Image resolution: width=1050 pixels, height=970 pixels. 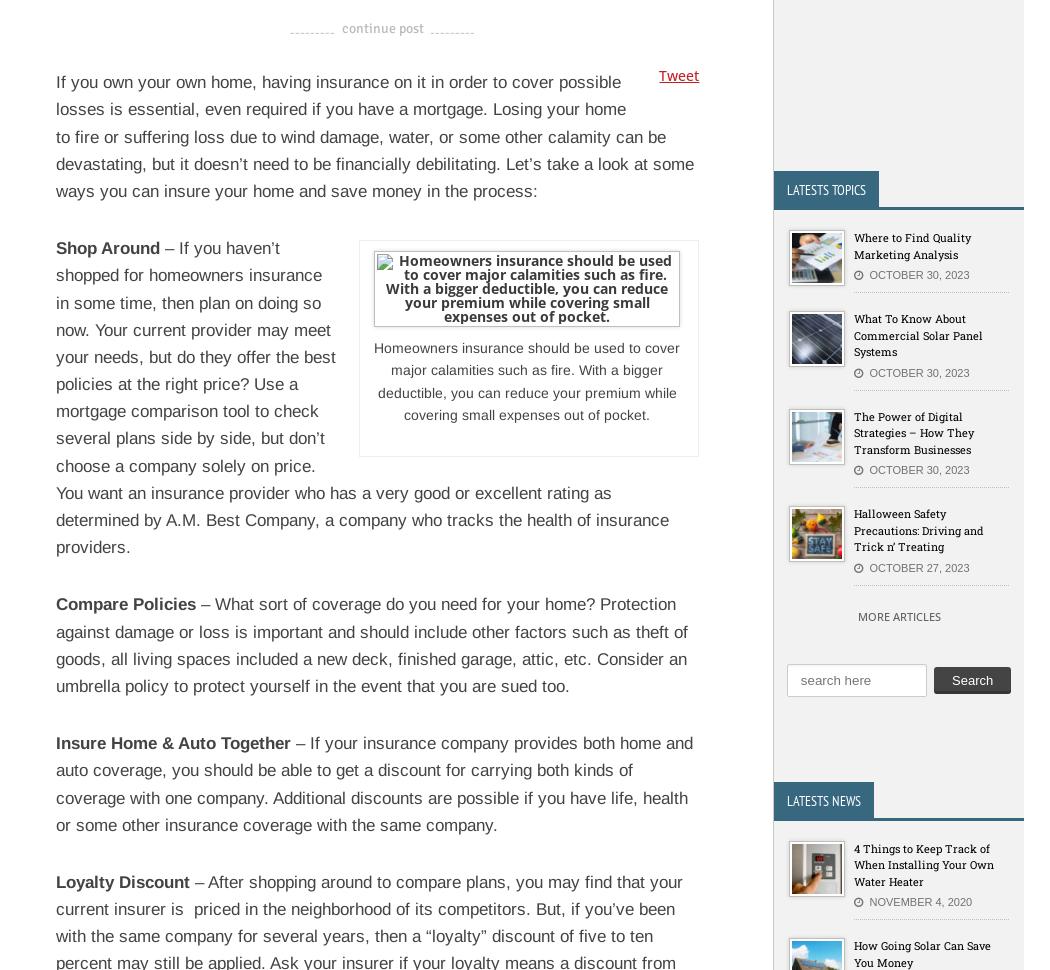 What do you see at coordinates (173, 742) in the screenshot?
I see `'Insure Home & Auto Together'` at bounding box center [173, 742].